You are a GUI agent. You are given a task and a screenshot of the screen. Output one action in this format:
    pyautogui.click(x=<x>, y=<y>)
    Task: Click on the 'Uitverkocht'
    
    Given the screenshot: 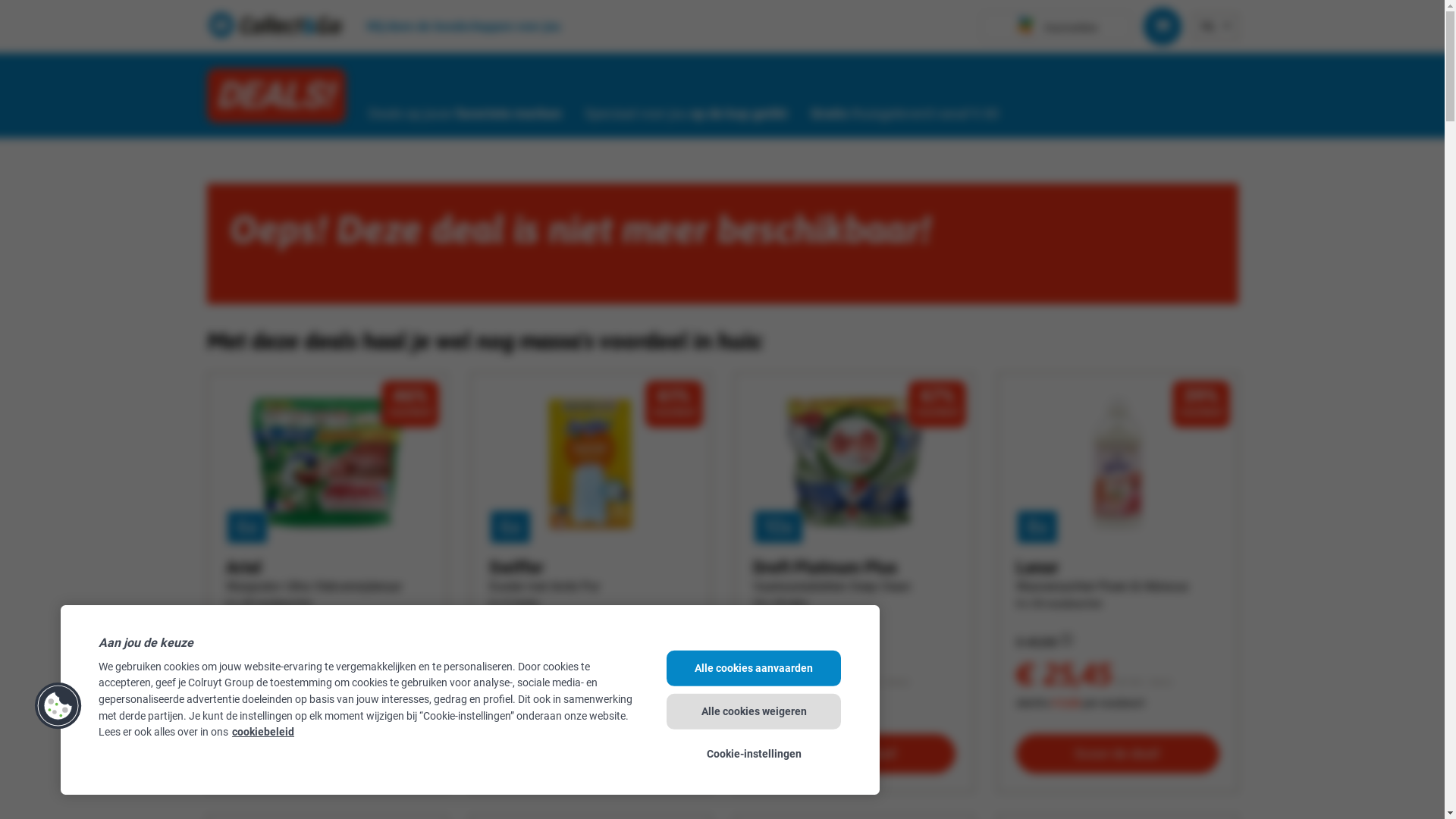 What is the action you would take?
    pyautogui.click(x=589, y=755)
    